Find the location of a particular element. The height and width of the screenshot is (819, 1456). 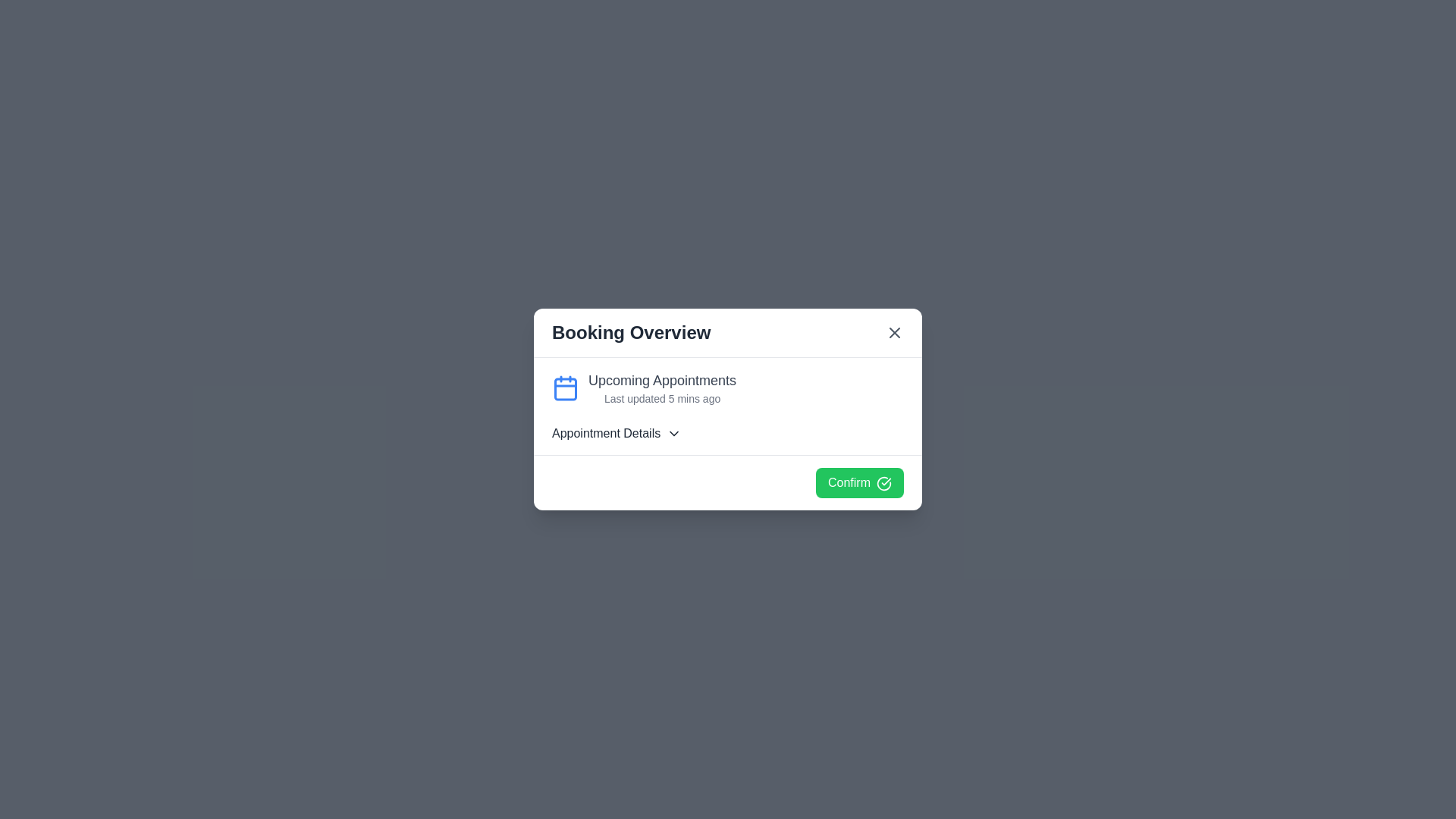

the green checkmark icon located to the right of the 'Confirm' button's text, which has a circular shape and a white checkmark inside is located at coordinates (884, 482).